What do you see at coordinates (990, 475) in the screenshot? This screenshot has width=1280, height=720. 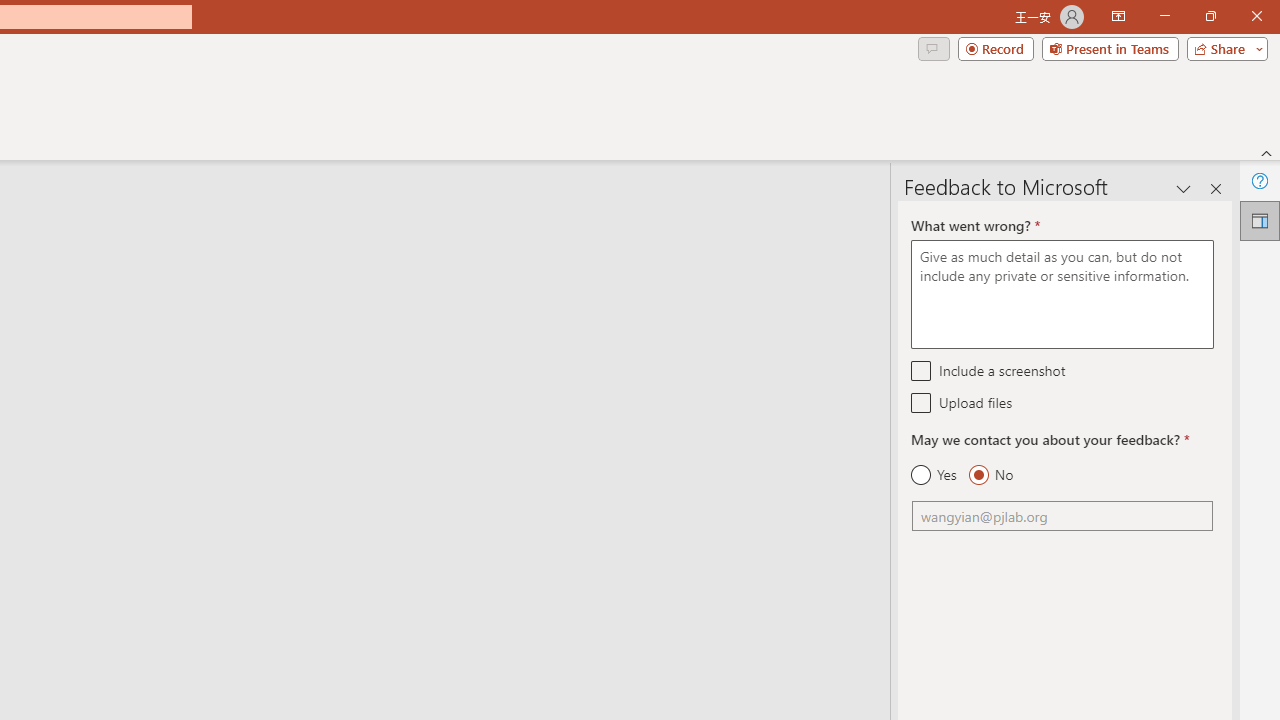 I see `'No'` at bounding box center [990, 475].